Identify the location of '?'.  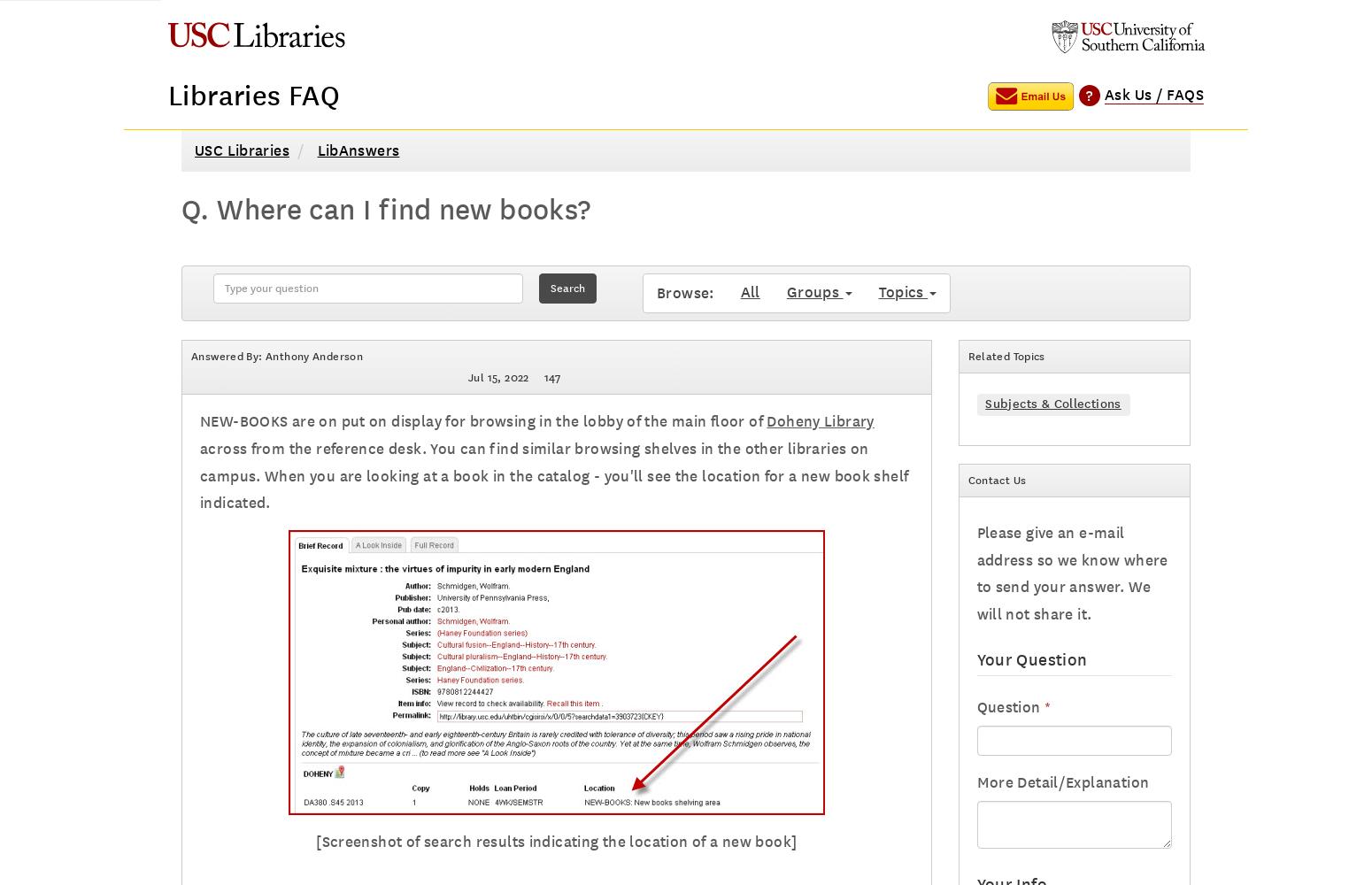
(1089, 94).